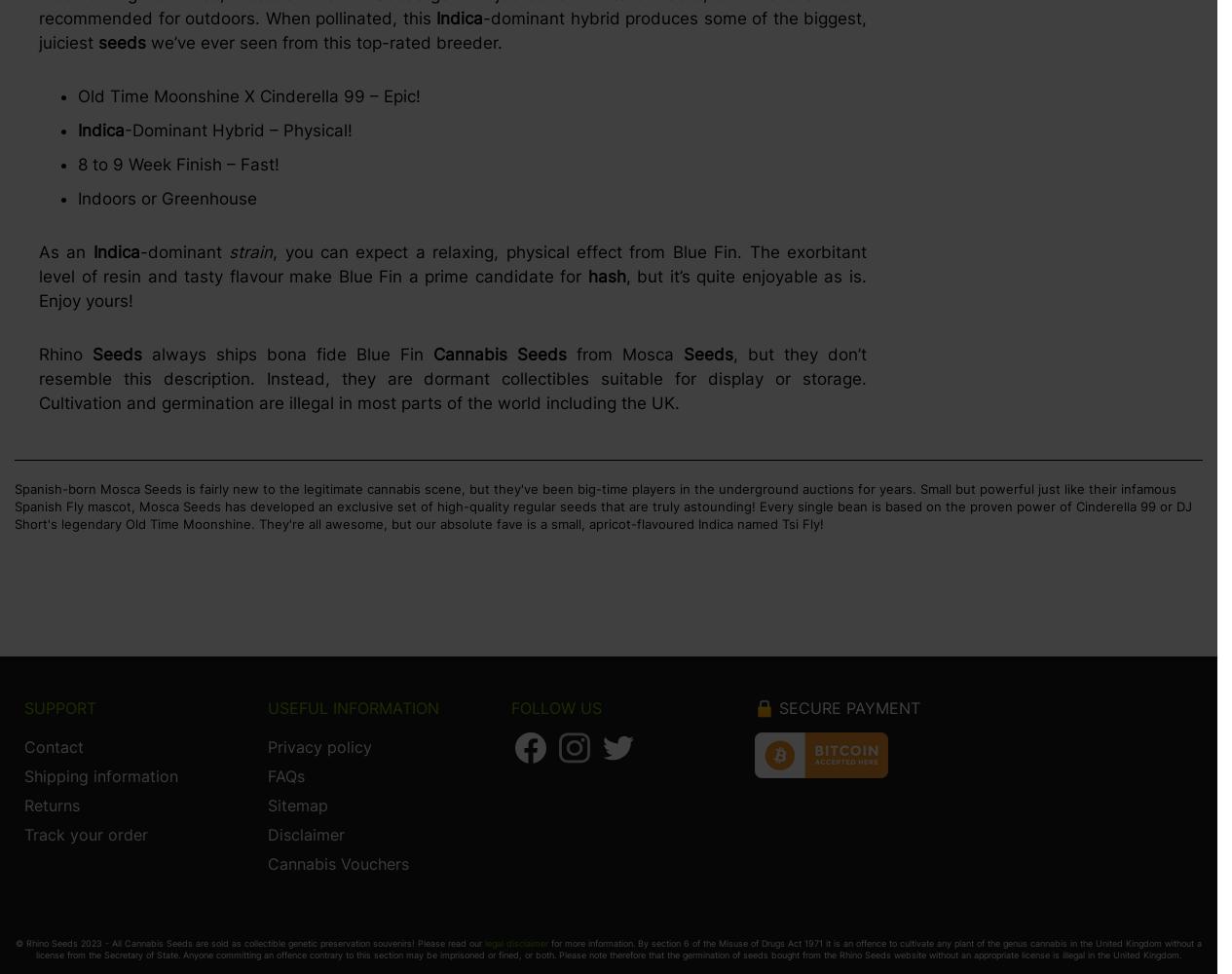  What do you see at coordinates (51, 805) in the screenshot?
I see `'Returns'` at bounding box center [51, 805].